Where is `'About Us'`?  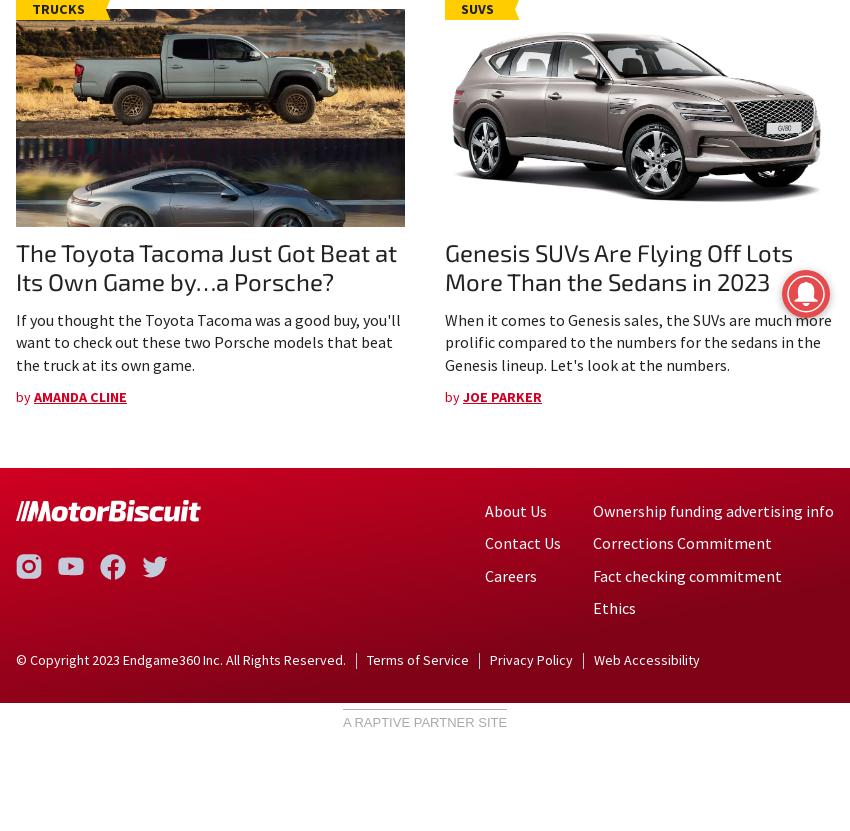 'About Us' is located at coordinates (514, 508).